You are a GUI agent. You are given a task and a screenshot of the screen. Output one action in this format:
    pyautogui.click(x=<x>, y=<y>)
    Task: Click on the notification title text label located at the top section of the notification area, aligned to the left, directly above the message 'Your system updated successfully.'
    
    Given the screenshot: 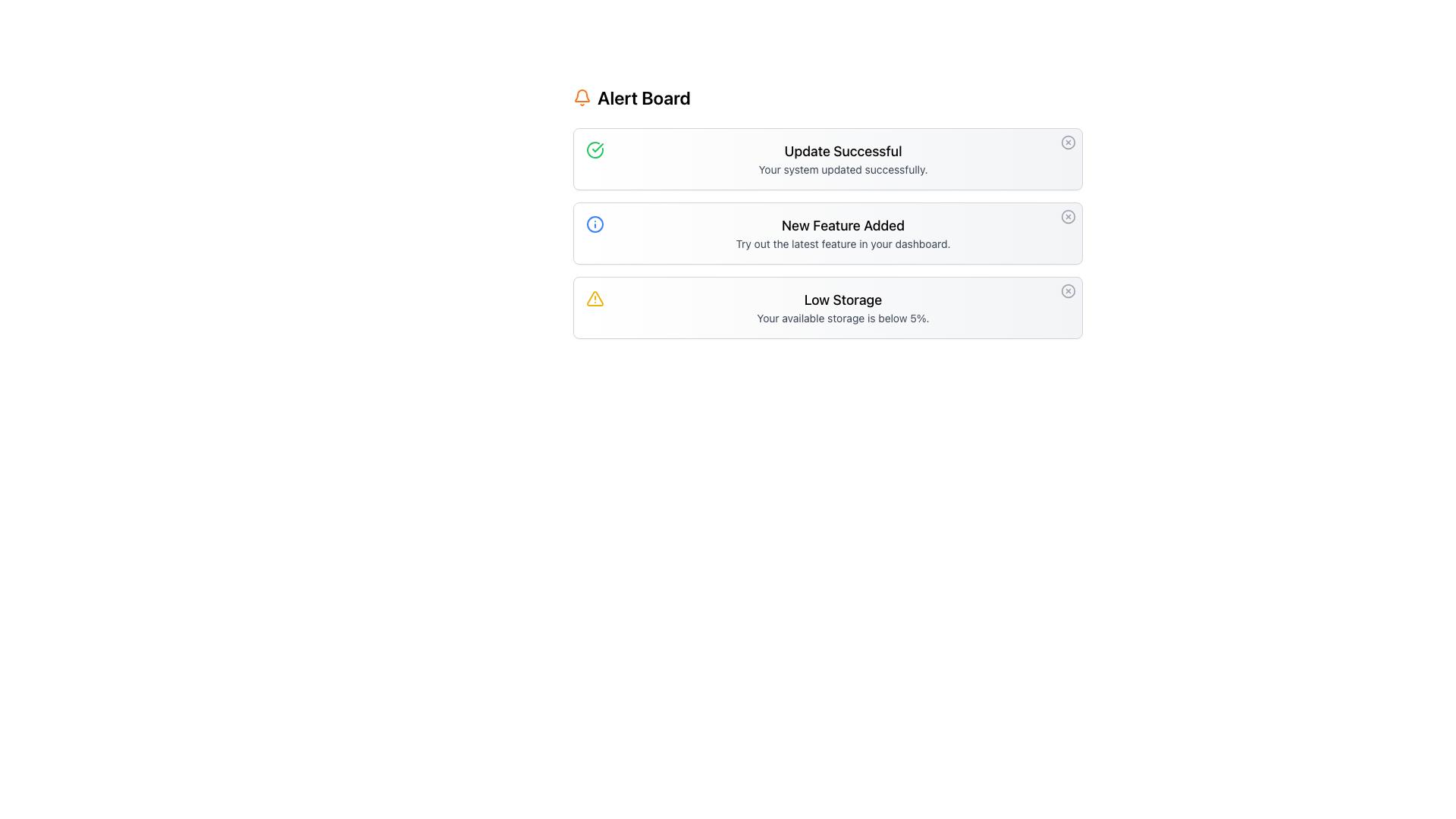 What is the action you would take?
    pyautogui.click(x=843, y=152)
    